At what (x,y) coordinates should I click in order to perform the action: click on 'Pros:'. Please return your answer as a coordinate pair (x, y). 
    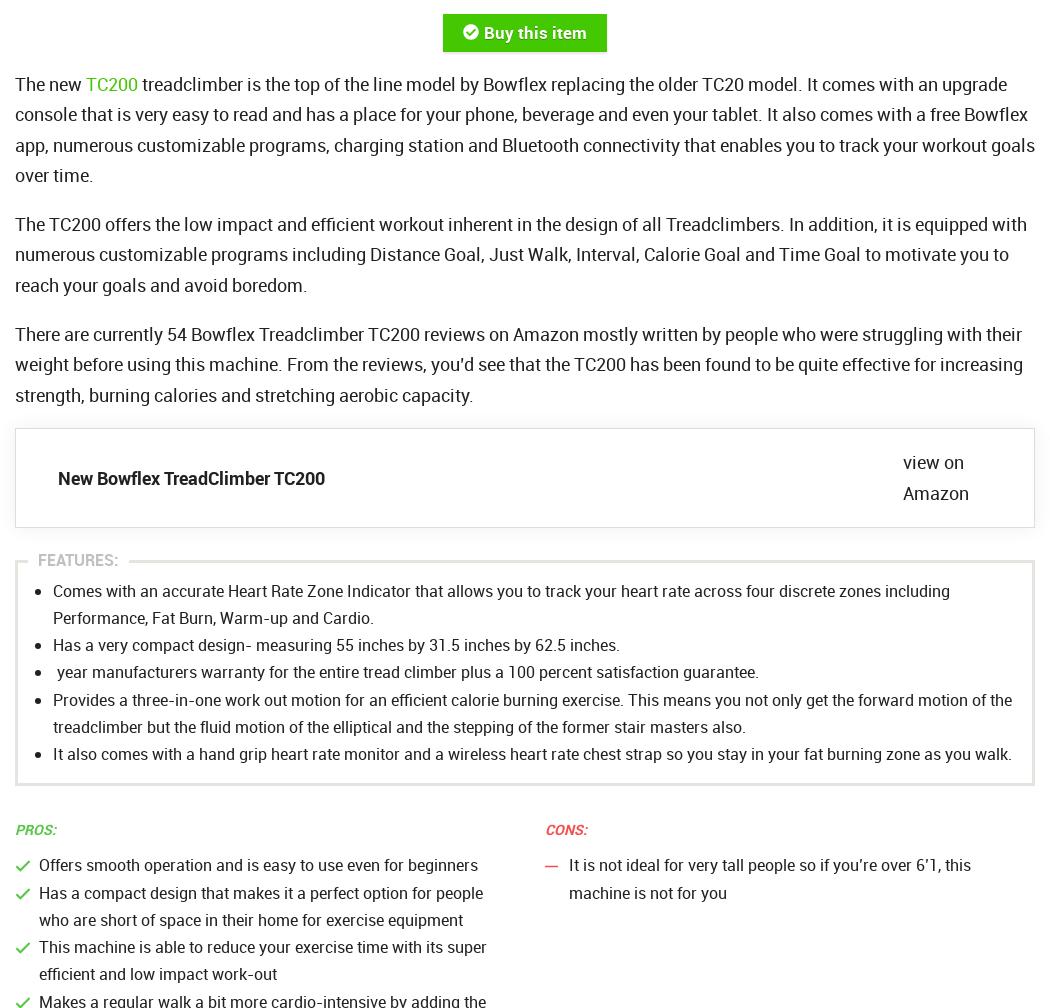
    Looking at the image, I should click on (35, 829).